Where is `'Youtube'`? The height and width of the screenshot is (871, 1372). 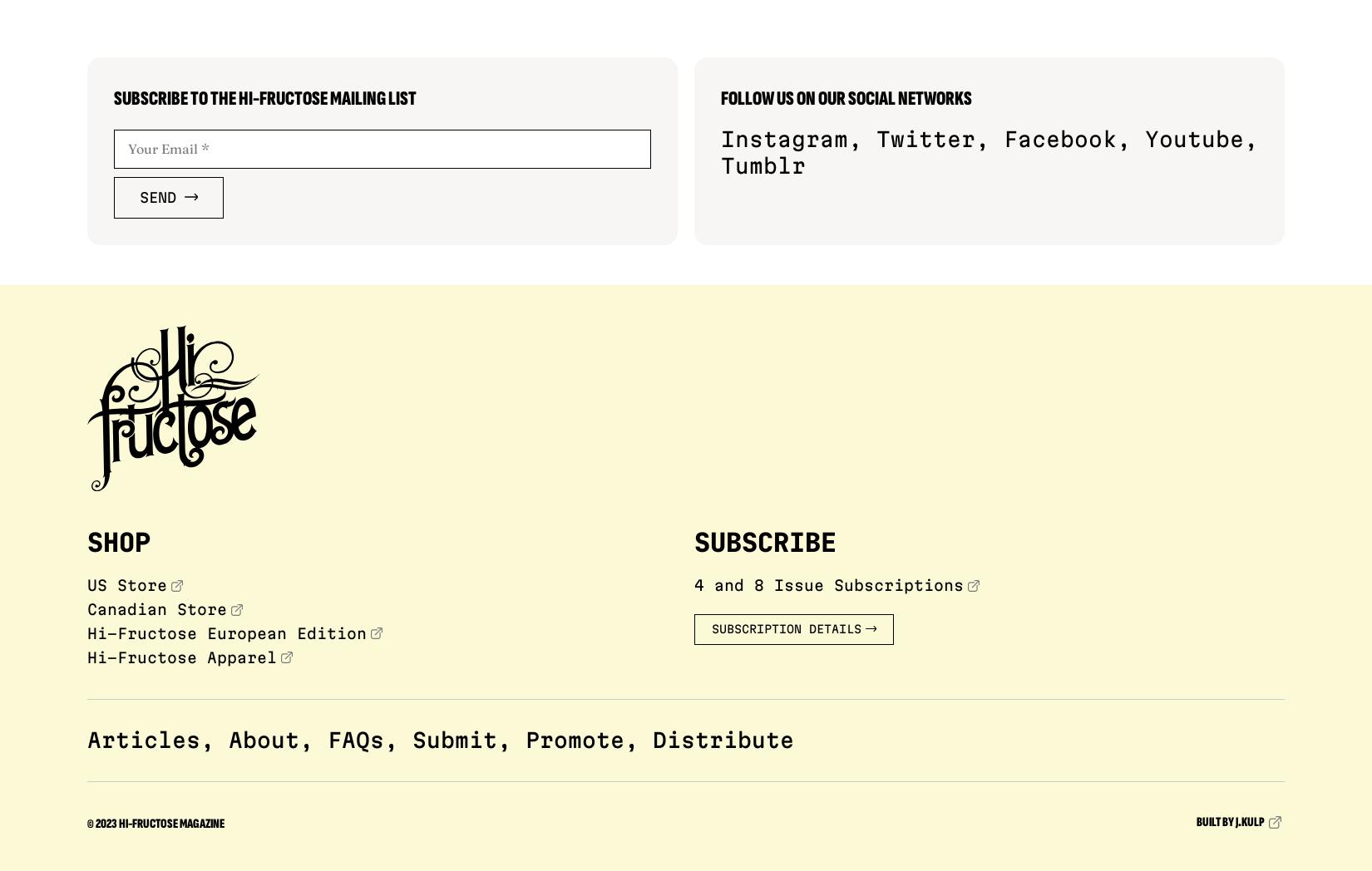 'Youtube' is located at coordinates (1193, 139).